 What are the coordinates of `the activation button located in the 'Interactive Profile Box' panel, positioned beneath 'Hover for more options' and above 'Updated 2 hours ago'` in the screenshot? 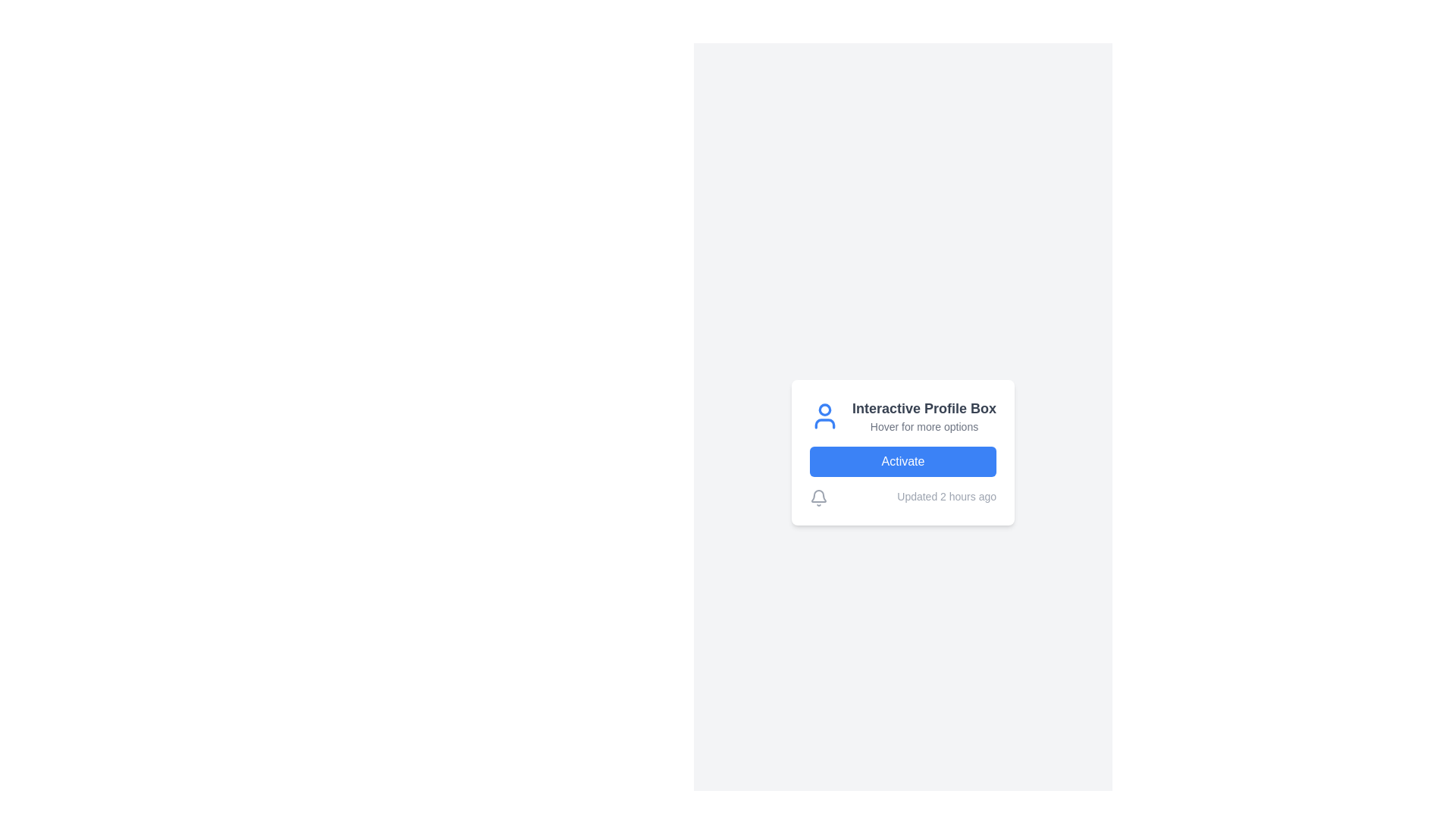 It's located at (902, 461).